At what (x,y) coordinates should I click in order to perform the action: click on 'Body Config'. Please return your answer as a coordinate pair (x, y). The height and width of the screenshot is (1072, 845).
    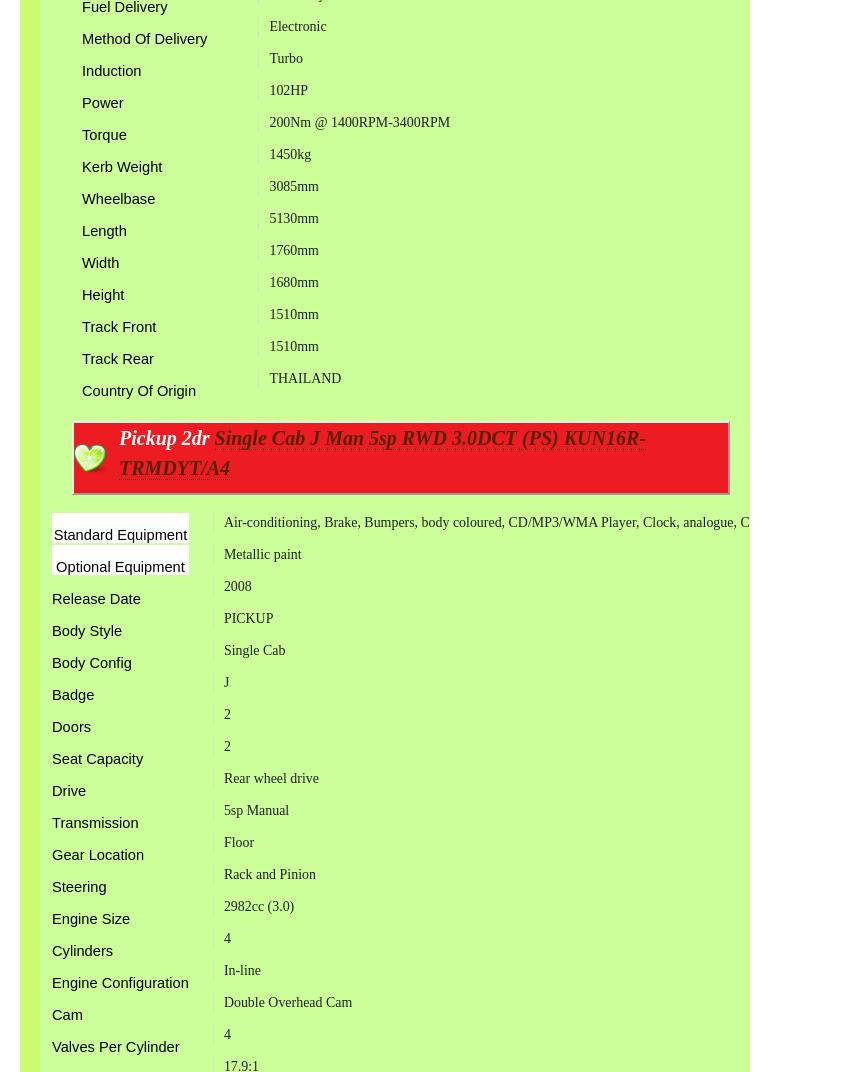
    Looking at the image, I should click on (91, 663).